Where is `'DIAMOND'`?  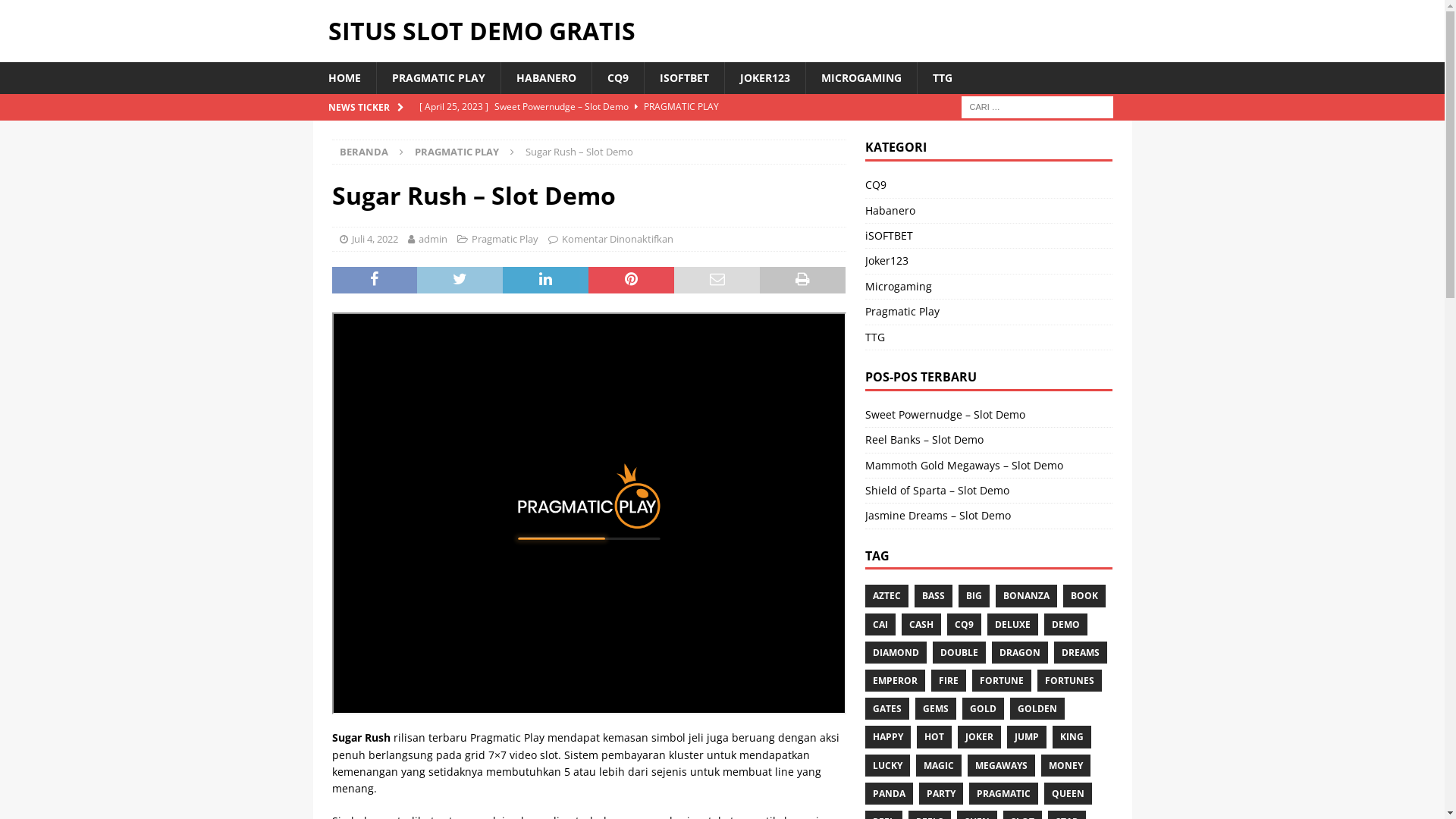
'DIAMOND' is located at coordinates (896, 651).